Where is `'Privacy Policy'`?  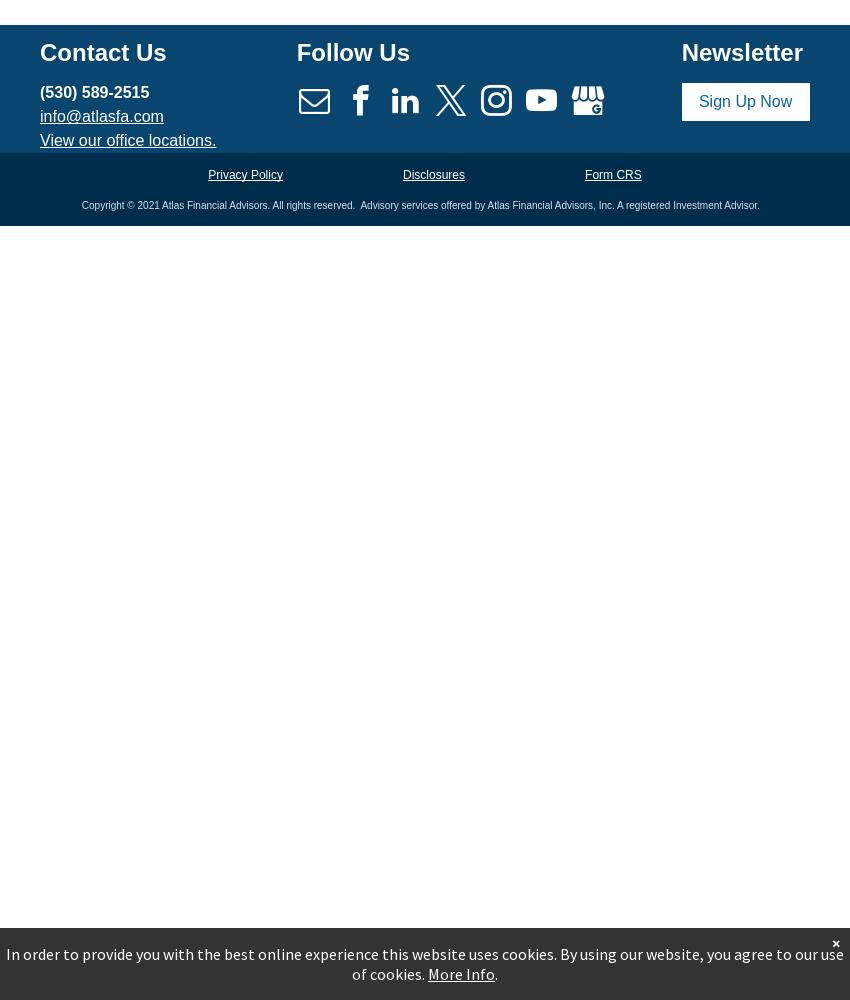
'Privacy Policy' is located at coordinates (244, 174).